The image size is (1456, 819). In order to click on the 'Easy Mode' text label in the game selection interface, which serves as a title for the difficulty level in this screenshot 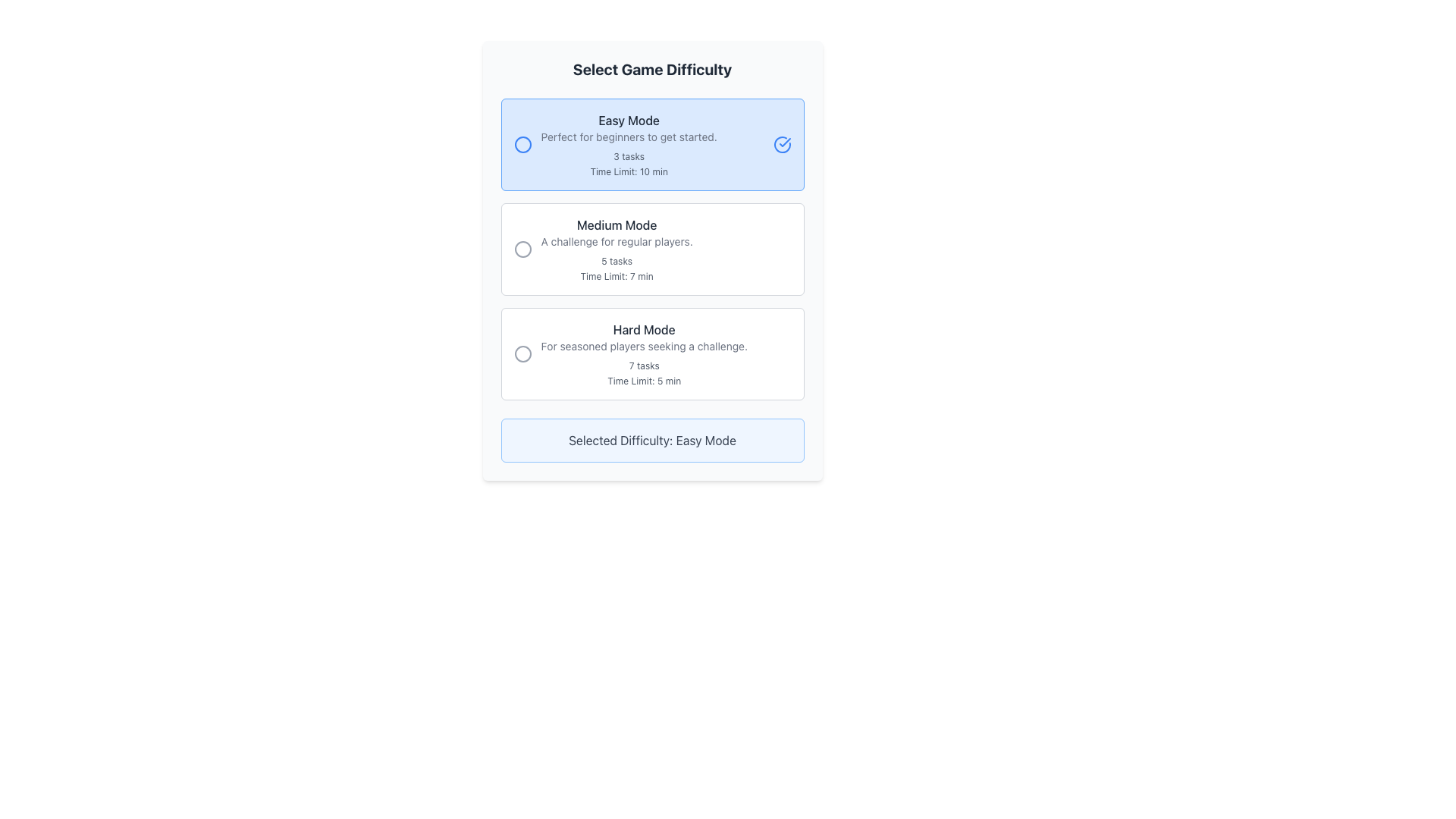, I will do `click(629, 119)`.